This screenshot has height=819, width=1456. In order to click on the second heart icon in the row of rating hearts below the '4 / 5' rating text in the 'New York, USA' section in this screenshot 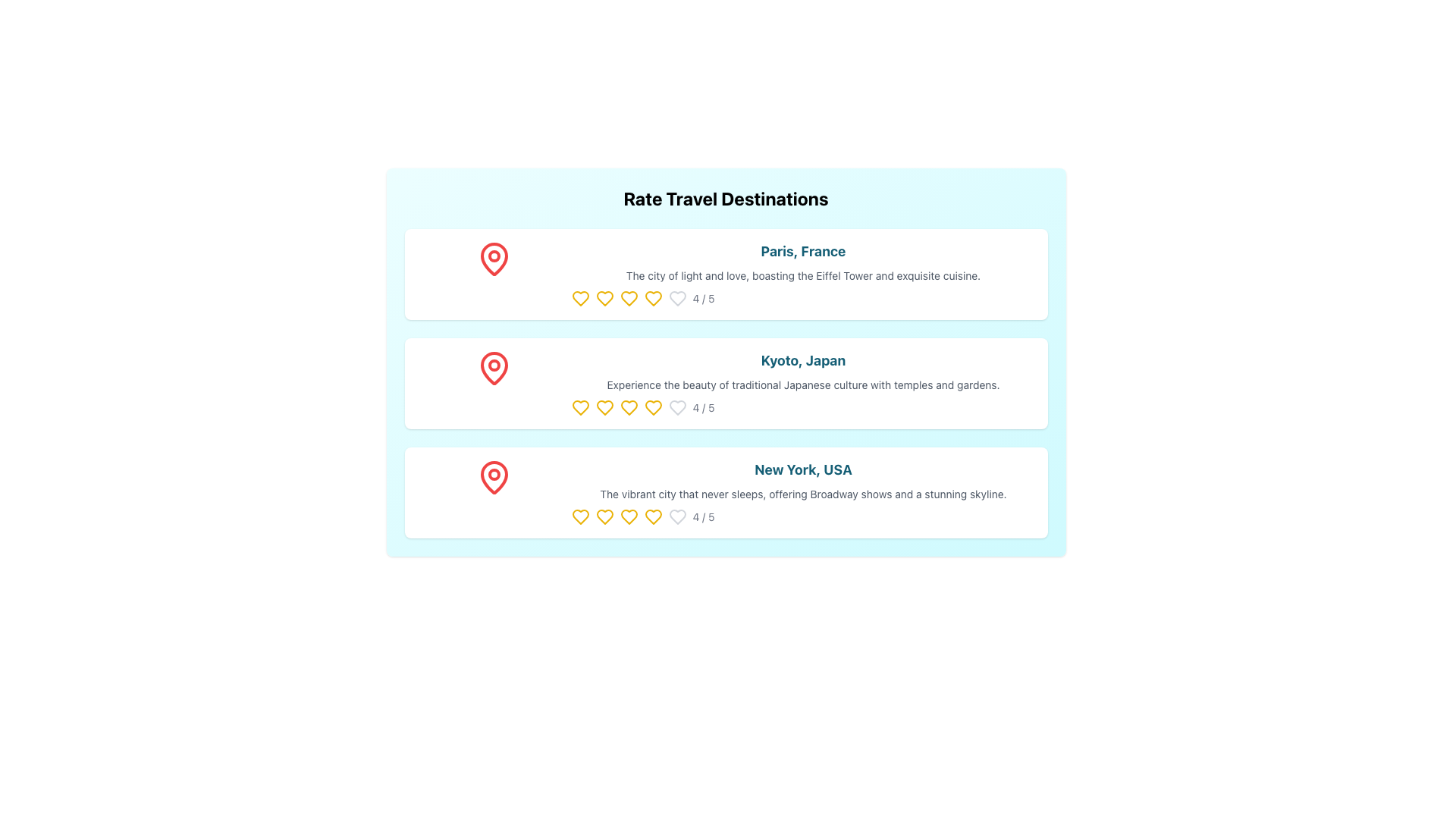, I will do `click(604, 516)`.